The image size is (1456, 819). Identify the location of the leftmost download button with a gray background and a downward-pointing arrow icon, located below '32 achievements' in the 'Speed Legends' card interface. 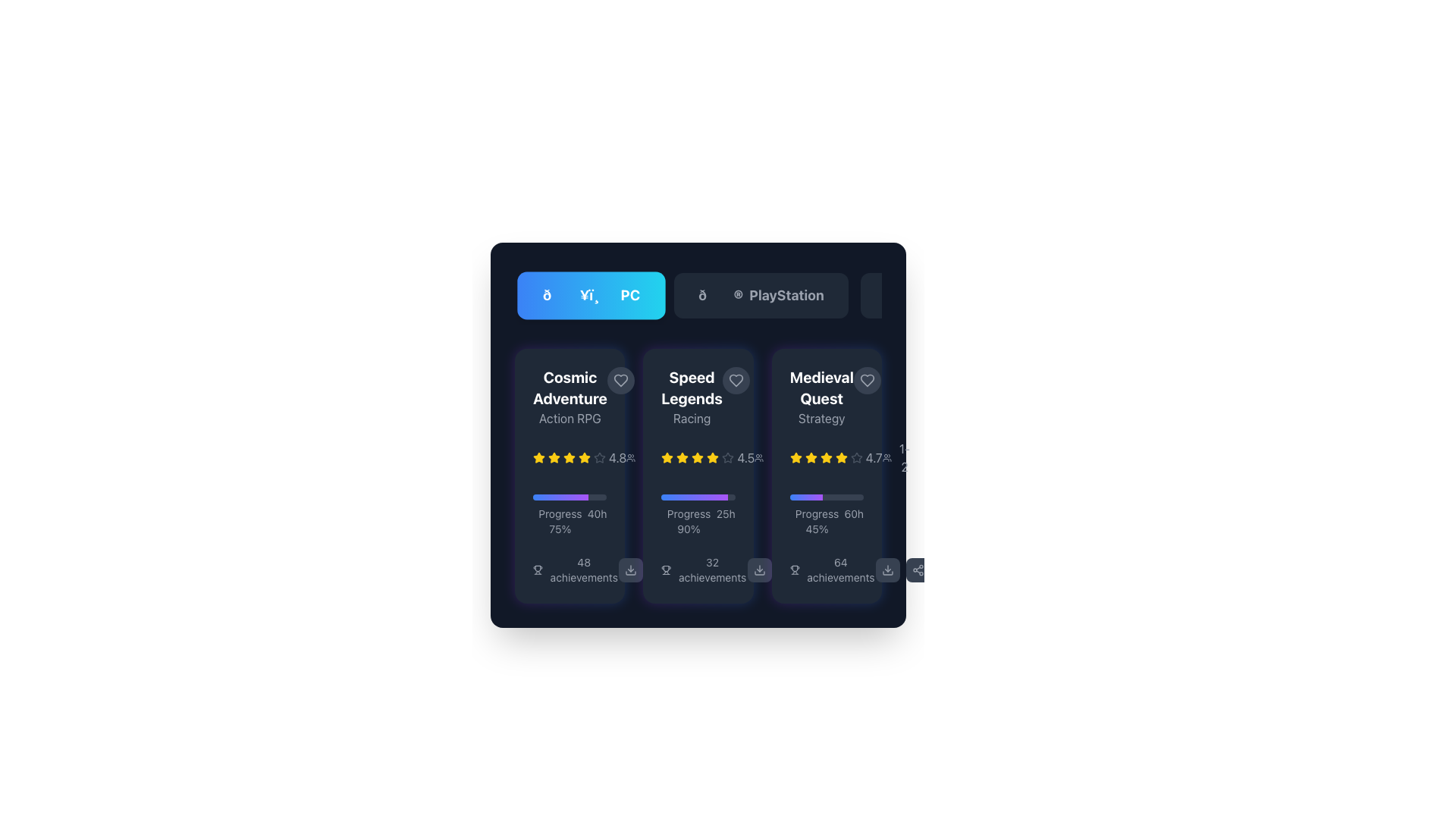
(646, 570).